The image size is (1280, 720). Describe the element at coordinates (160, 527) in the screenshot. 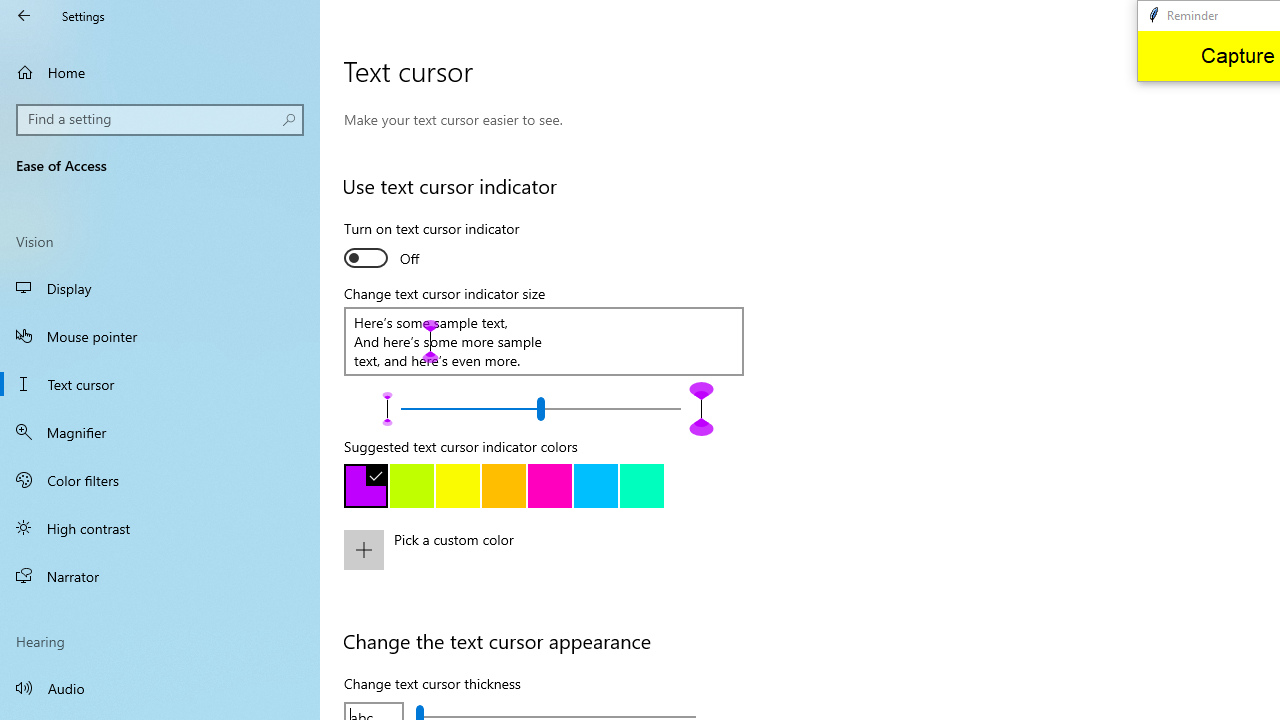

I see `'High contrast'` at that location.